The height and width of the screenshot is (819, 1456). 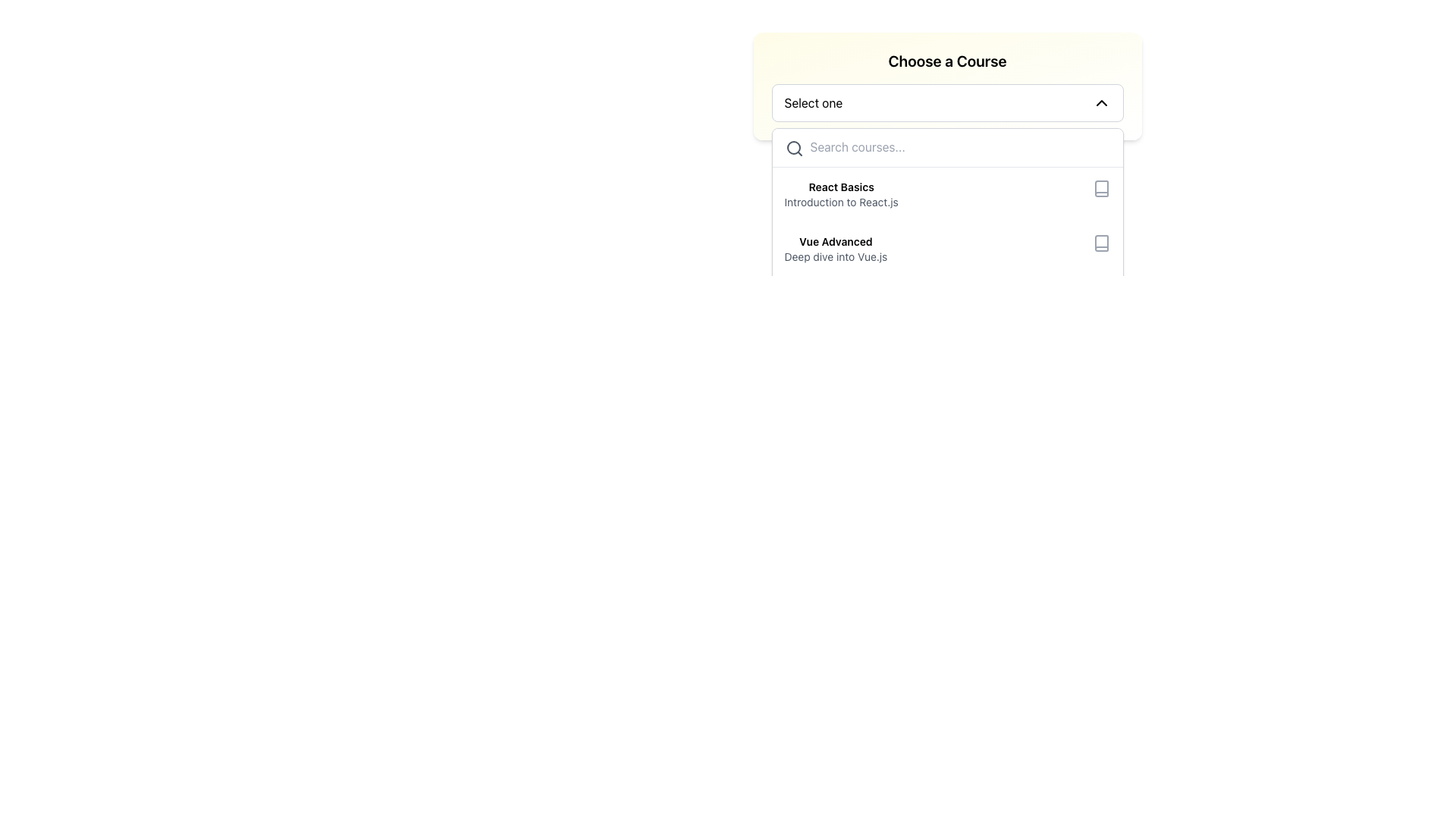 I want to click on the 'Vue Advanced' menu option in the dropdown under 'Choose a Course', so click(x=835, y=248).